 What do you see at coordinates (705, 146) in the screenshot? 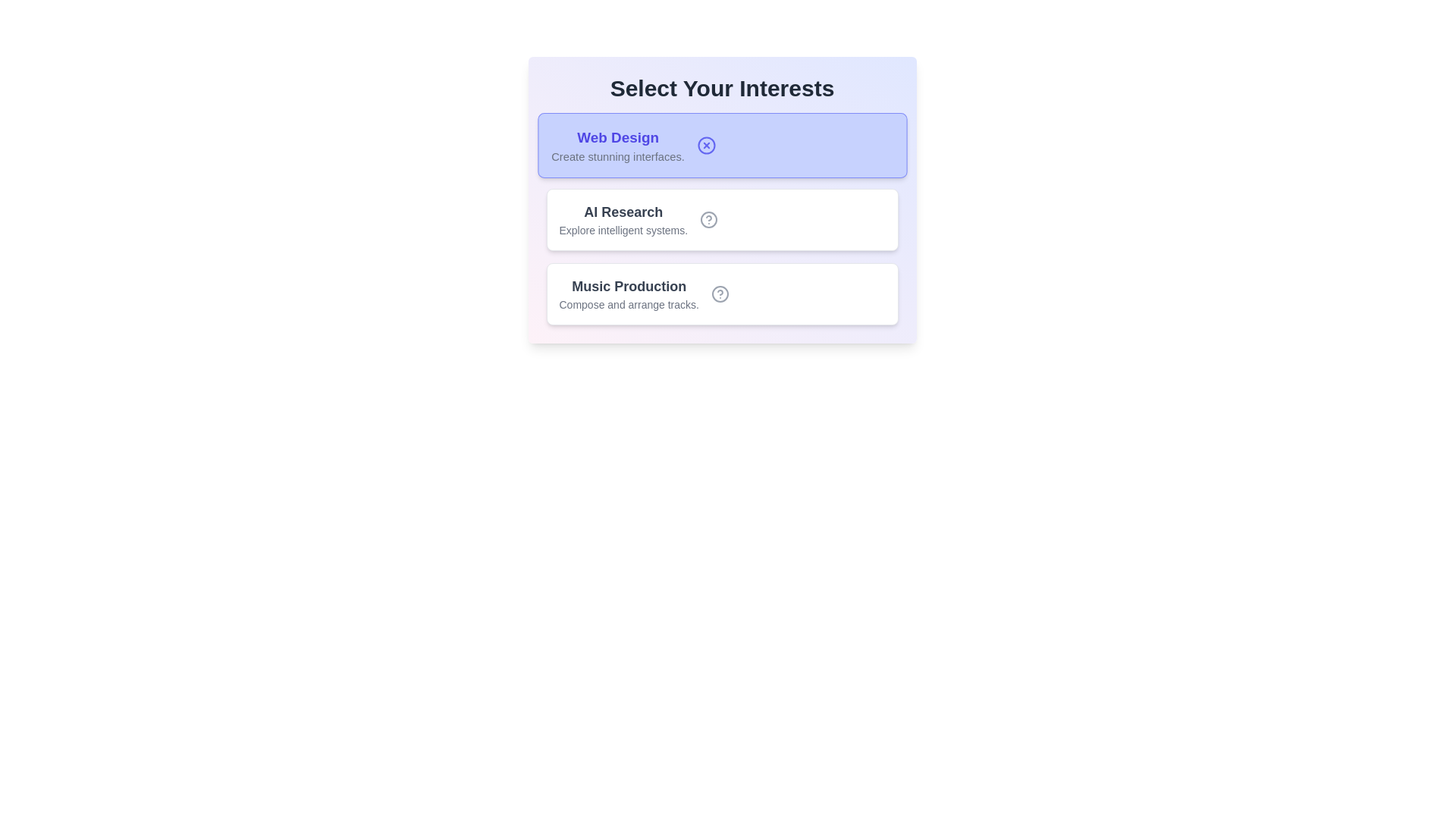
I see `the icon representing the active state of the 'Web Design' tag` at bounding box center [705, 146].